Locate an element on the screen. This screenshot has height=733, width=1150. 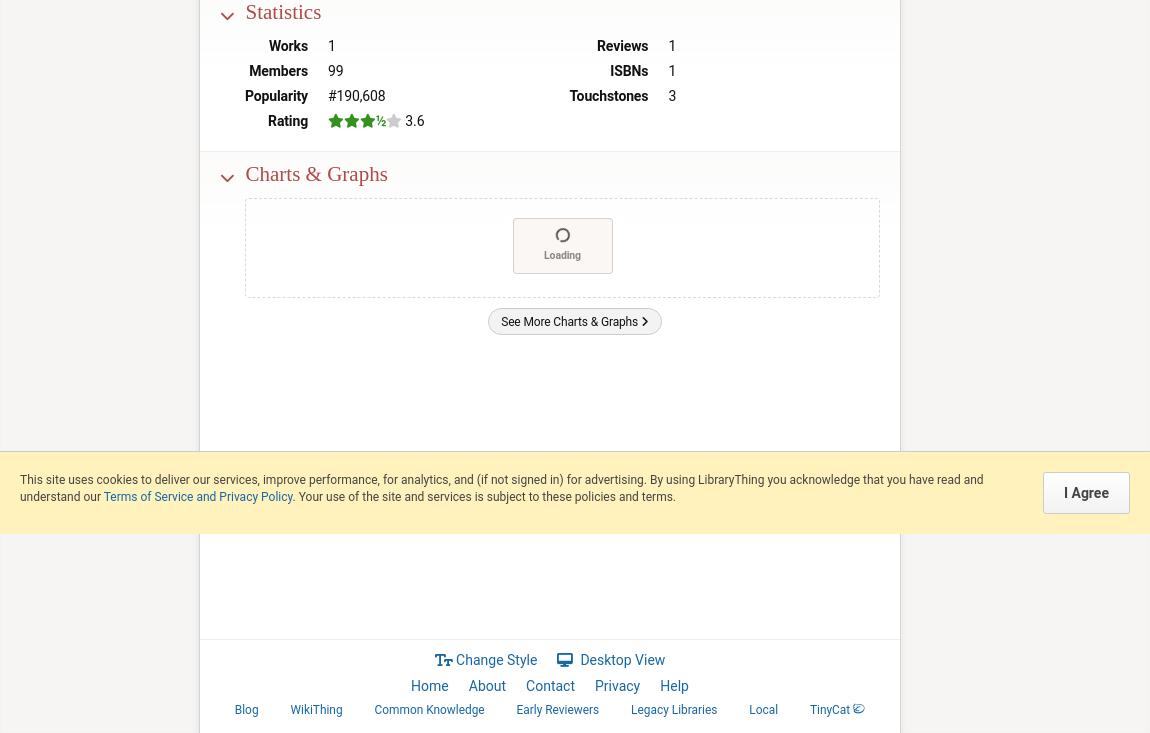
'#190,608' is located at coordinates (356, 94).